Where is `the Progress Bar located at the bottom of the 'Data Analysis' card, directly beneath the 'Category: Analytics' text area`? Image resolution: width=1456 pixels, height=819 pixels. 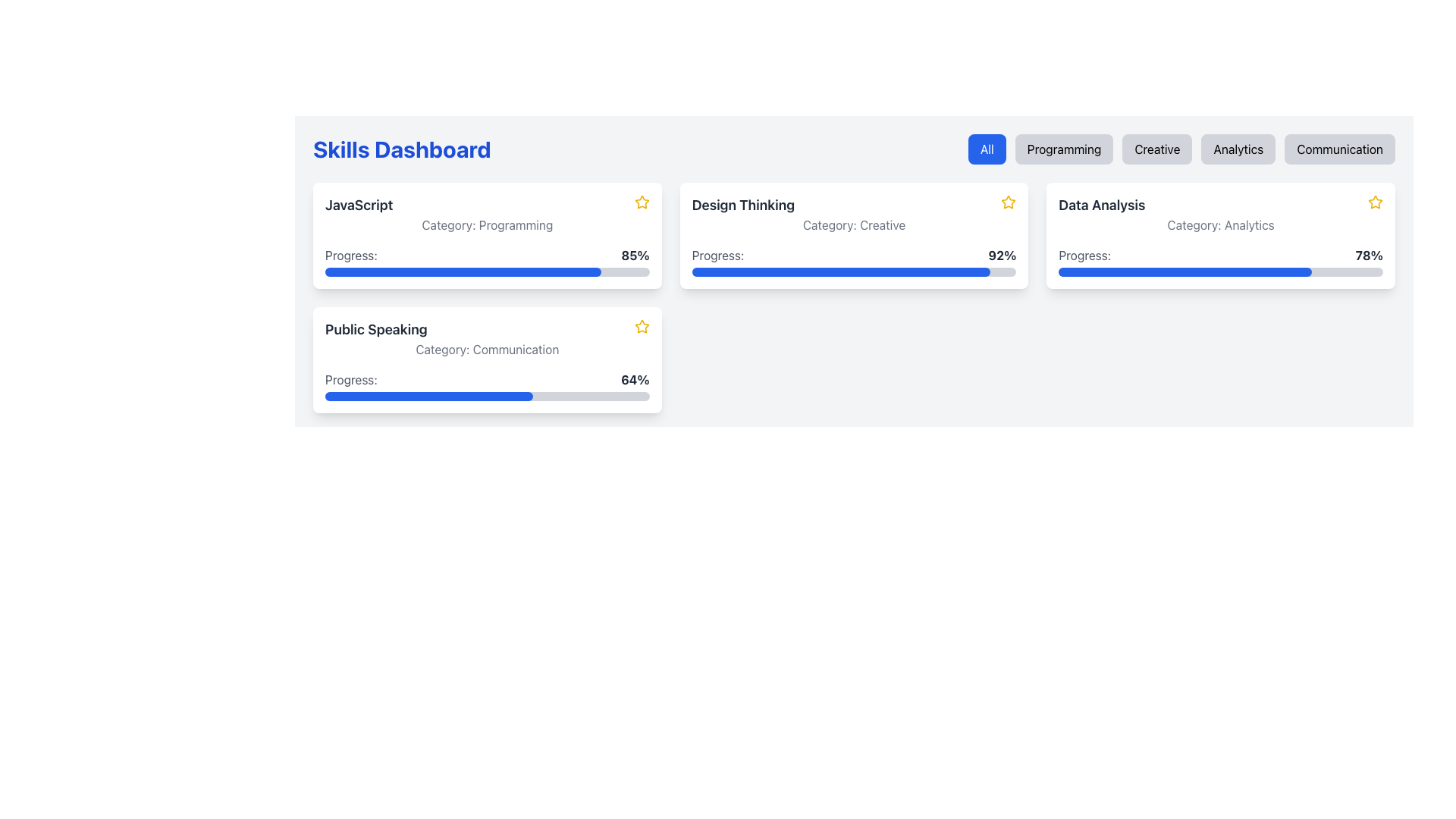 the Progress Bar located at the bottom of the 'Data Analysis' card, directly beneath the 'Category: Analytics' text area is located at coordinates (1221, 260).